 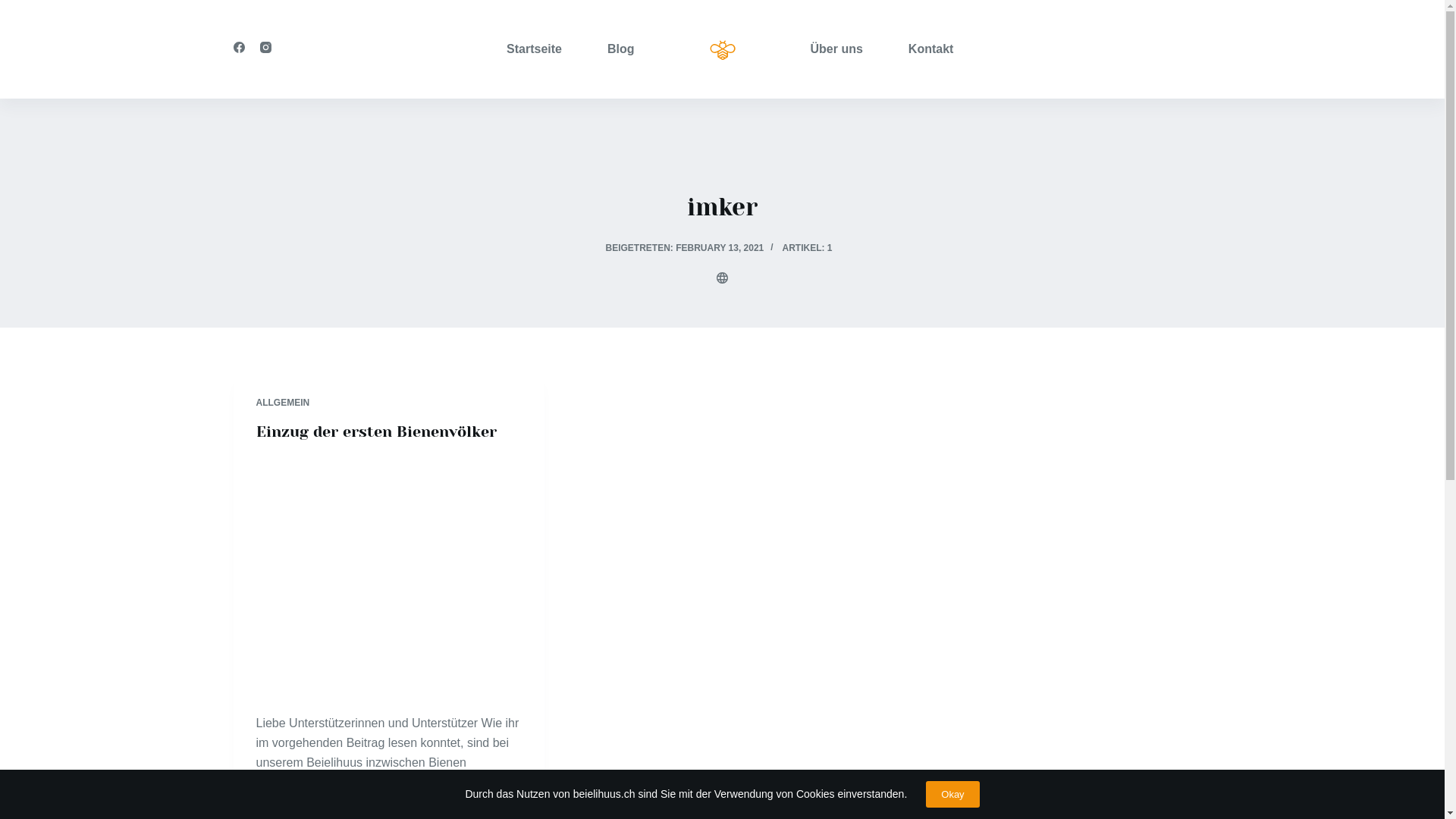 I want to click on 'ALLGEMEIN', so click(x=283, y=402).